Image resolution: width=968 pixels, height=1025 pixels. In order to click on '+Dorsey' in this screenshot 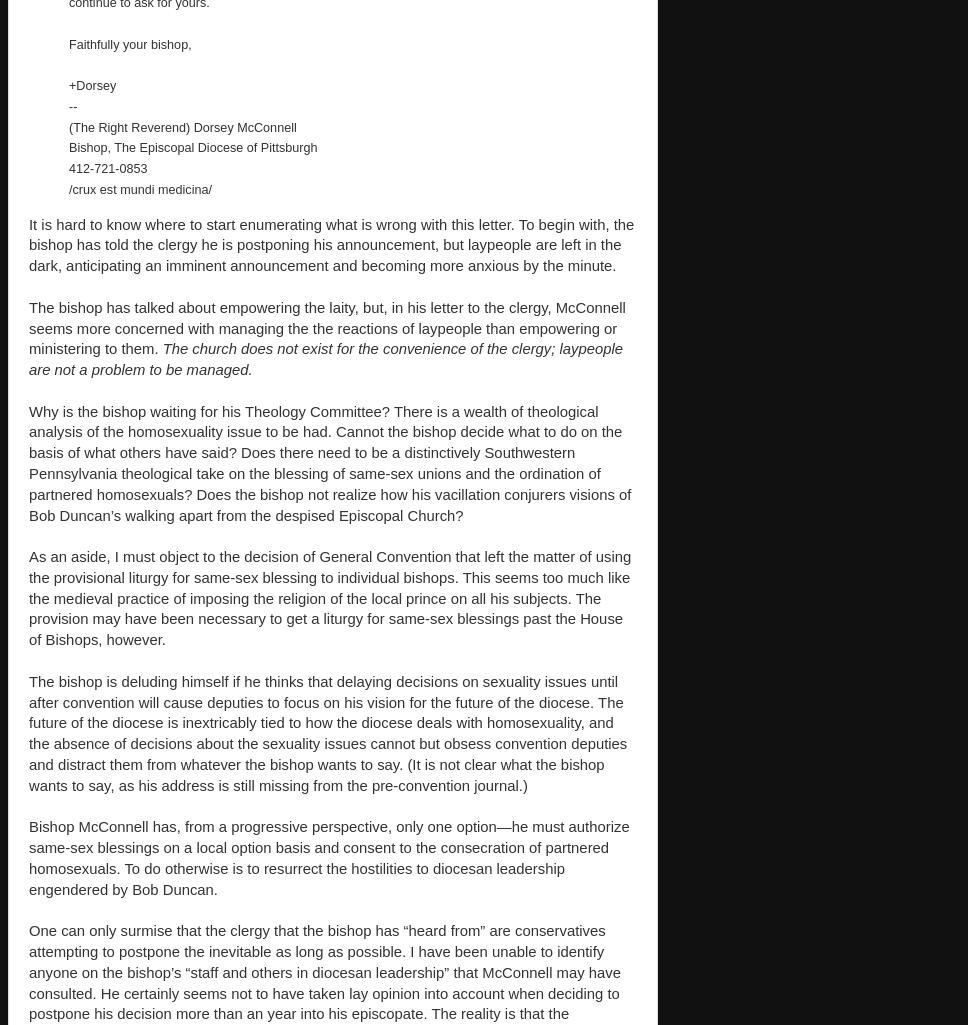, I will do `click(92, 84)`.